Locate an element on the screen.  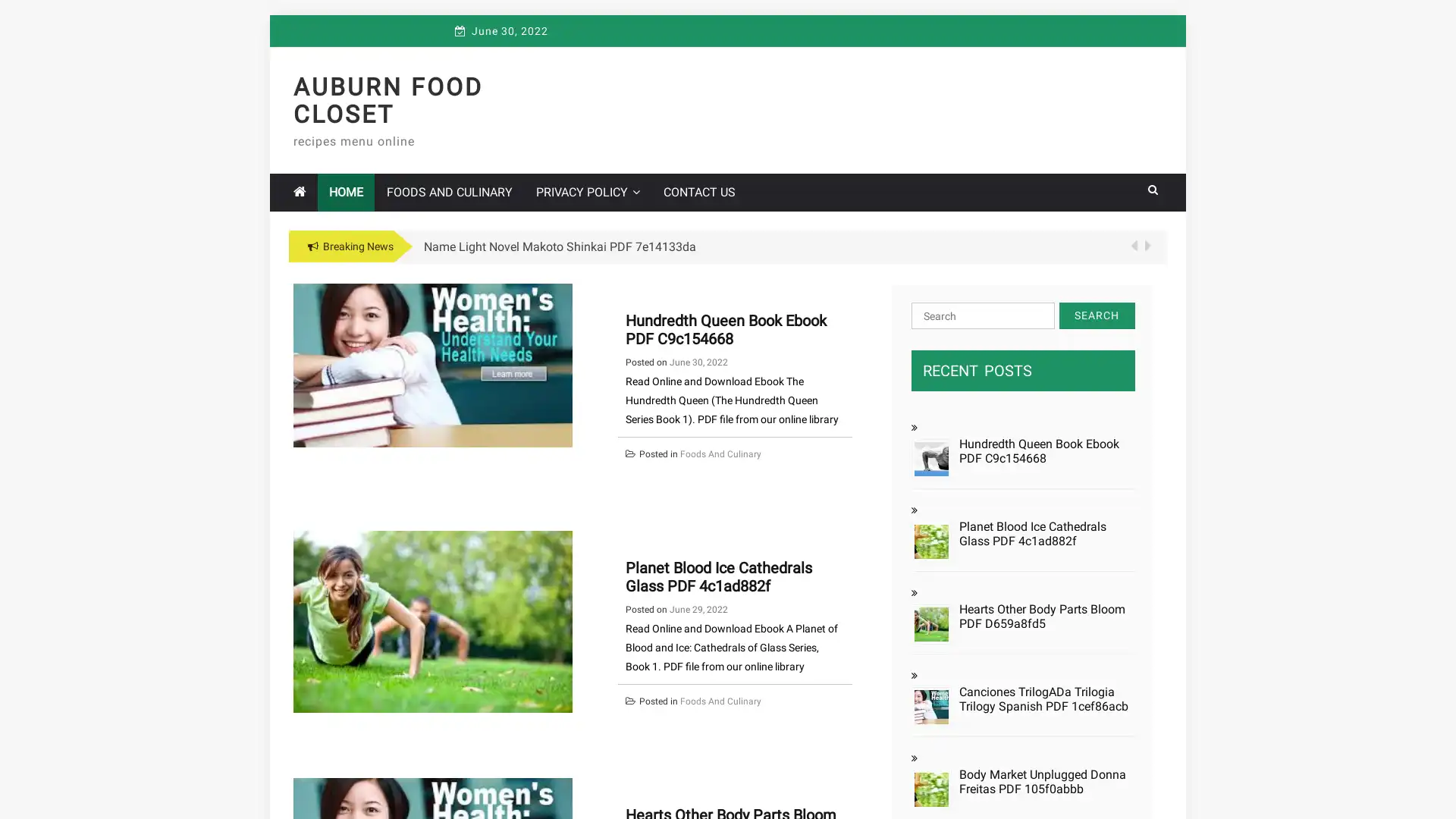
Search is located at coordinates (1096, 315).